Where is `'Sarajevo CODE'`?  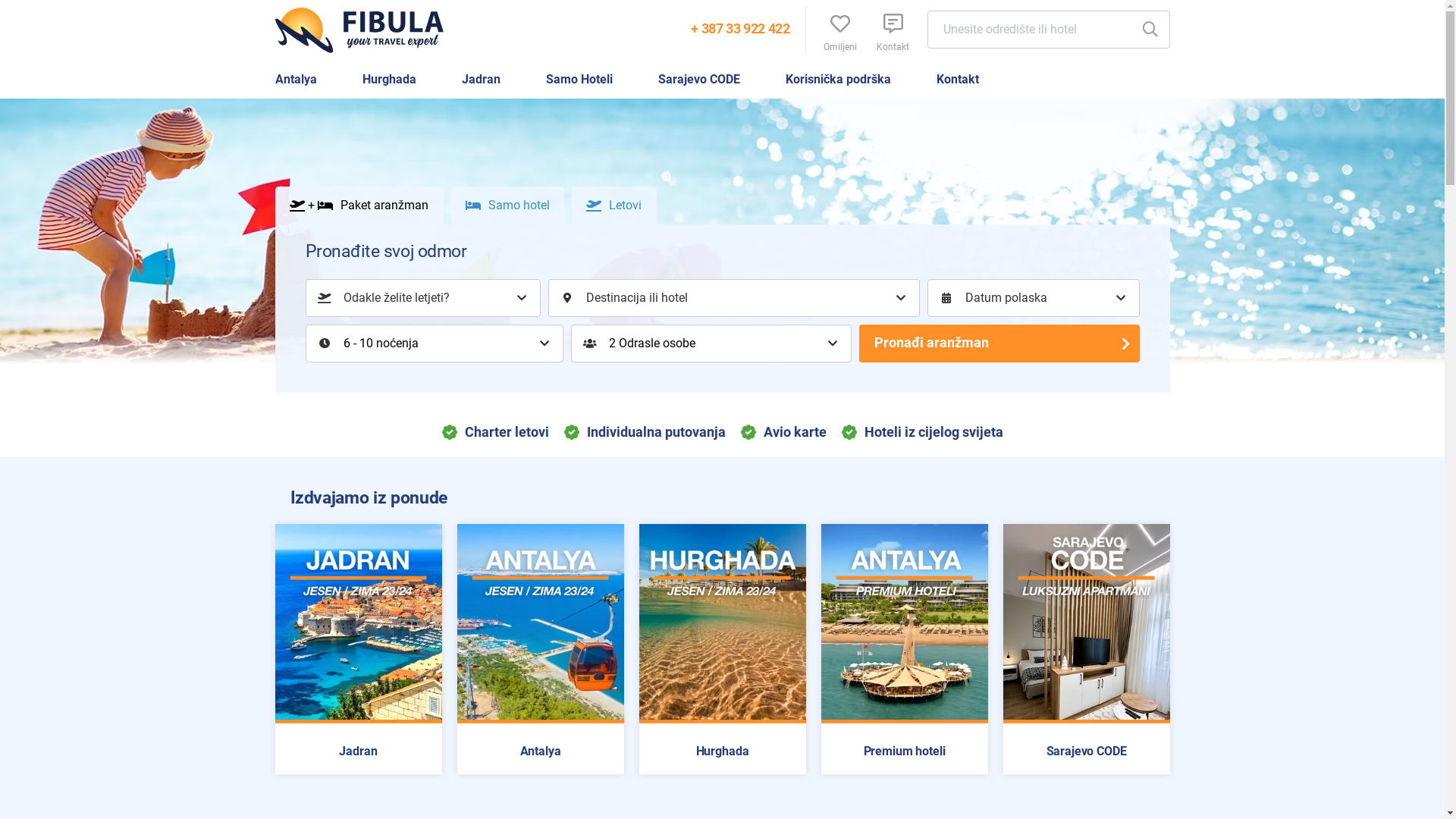 'Sarajevo CODE' is located at coordinates (1084, 752).